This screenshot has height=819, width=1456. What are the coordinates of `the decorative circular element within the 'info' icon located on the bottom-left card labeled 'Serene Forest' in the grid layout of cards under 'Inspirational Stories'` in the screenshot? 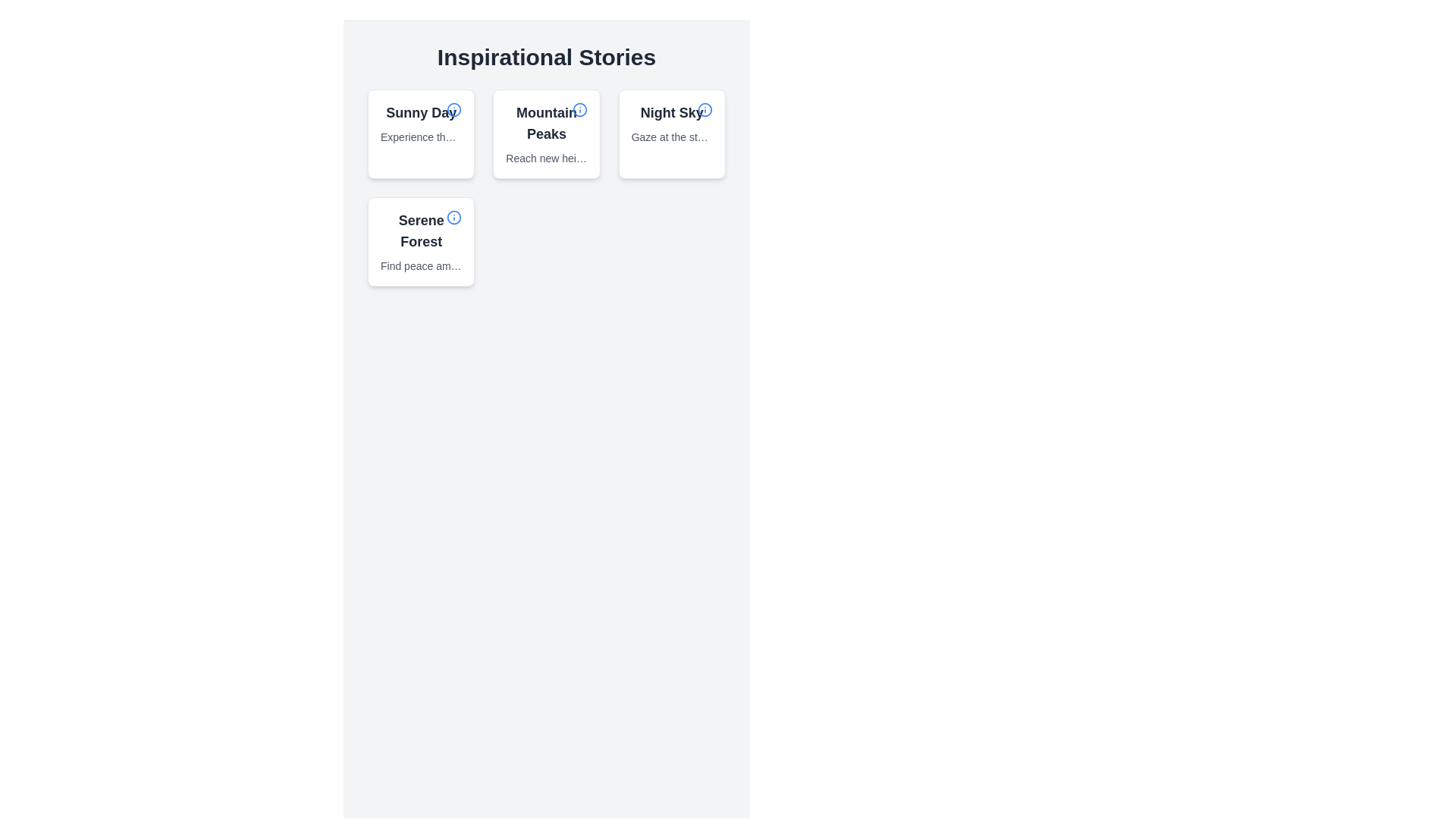 It's located at (453, 217).